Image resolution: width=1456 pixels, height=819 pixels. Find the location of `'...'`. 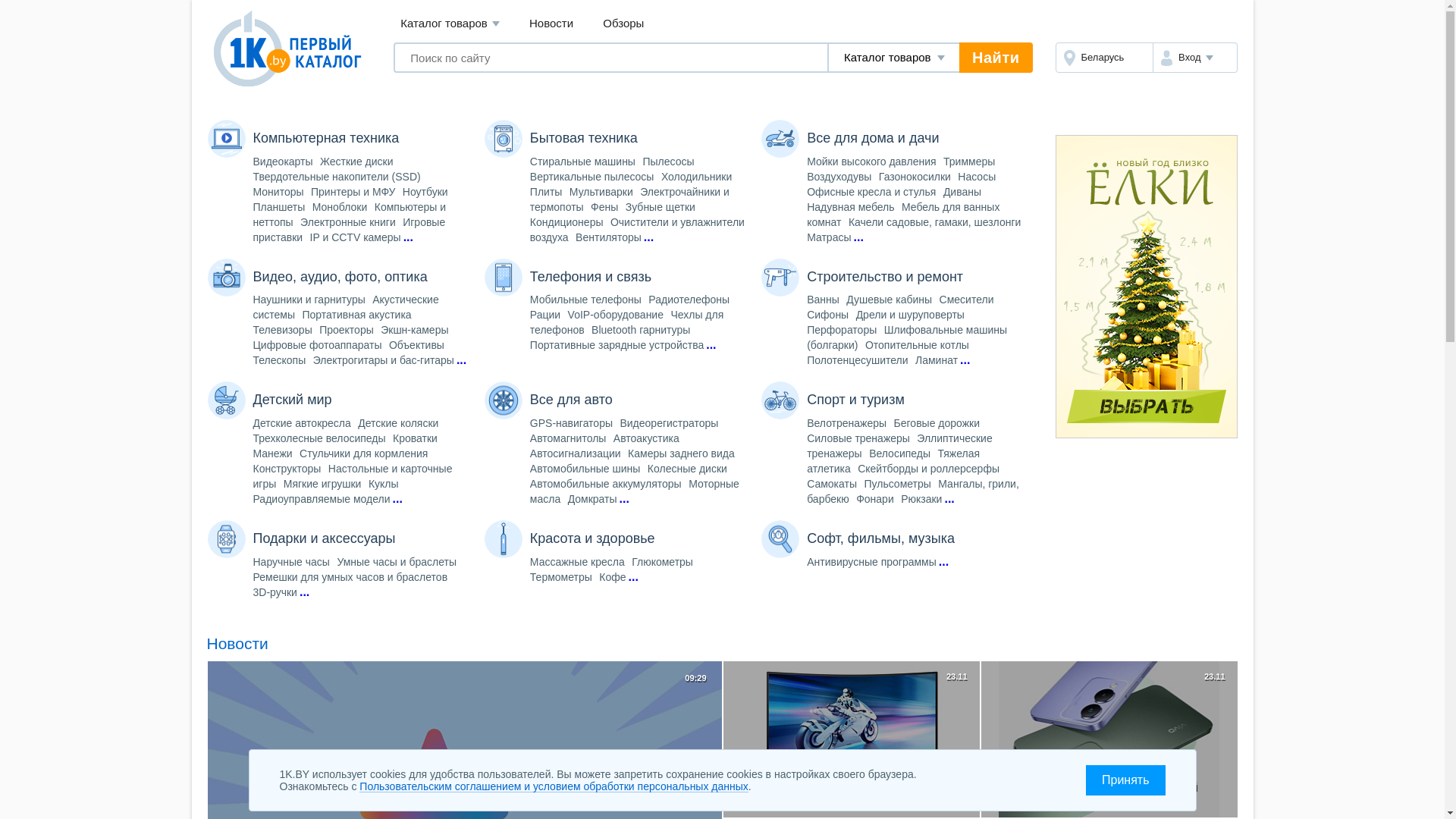

'...' is located at coordinates (632, 576).